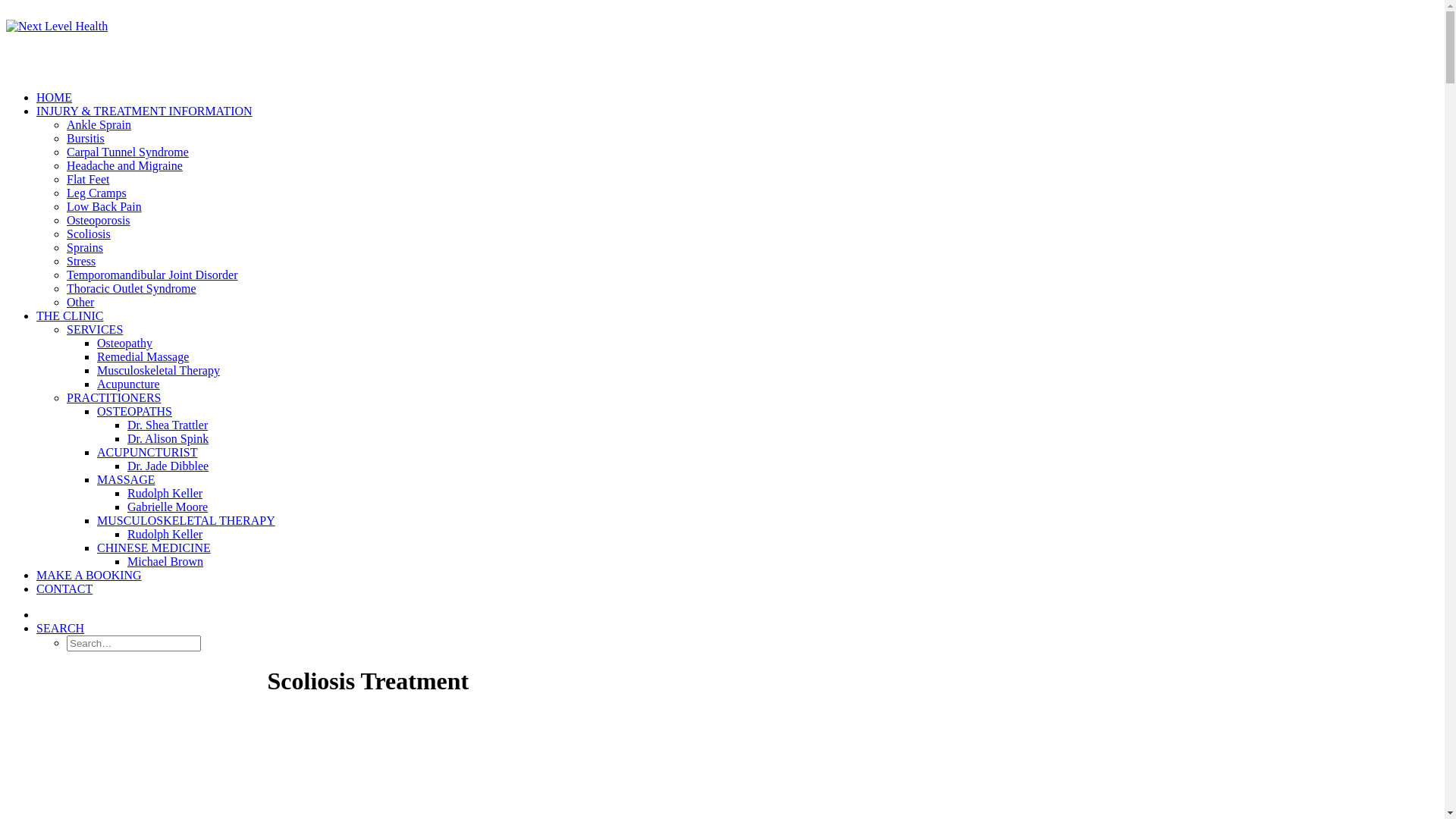 The width and height of the screenshot is (1456, 819). I want to click on 'Scoliosis', so click(65, 234).